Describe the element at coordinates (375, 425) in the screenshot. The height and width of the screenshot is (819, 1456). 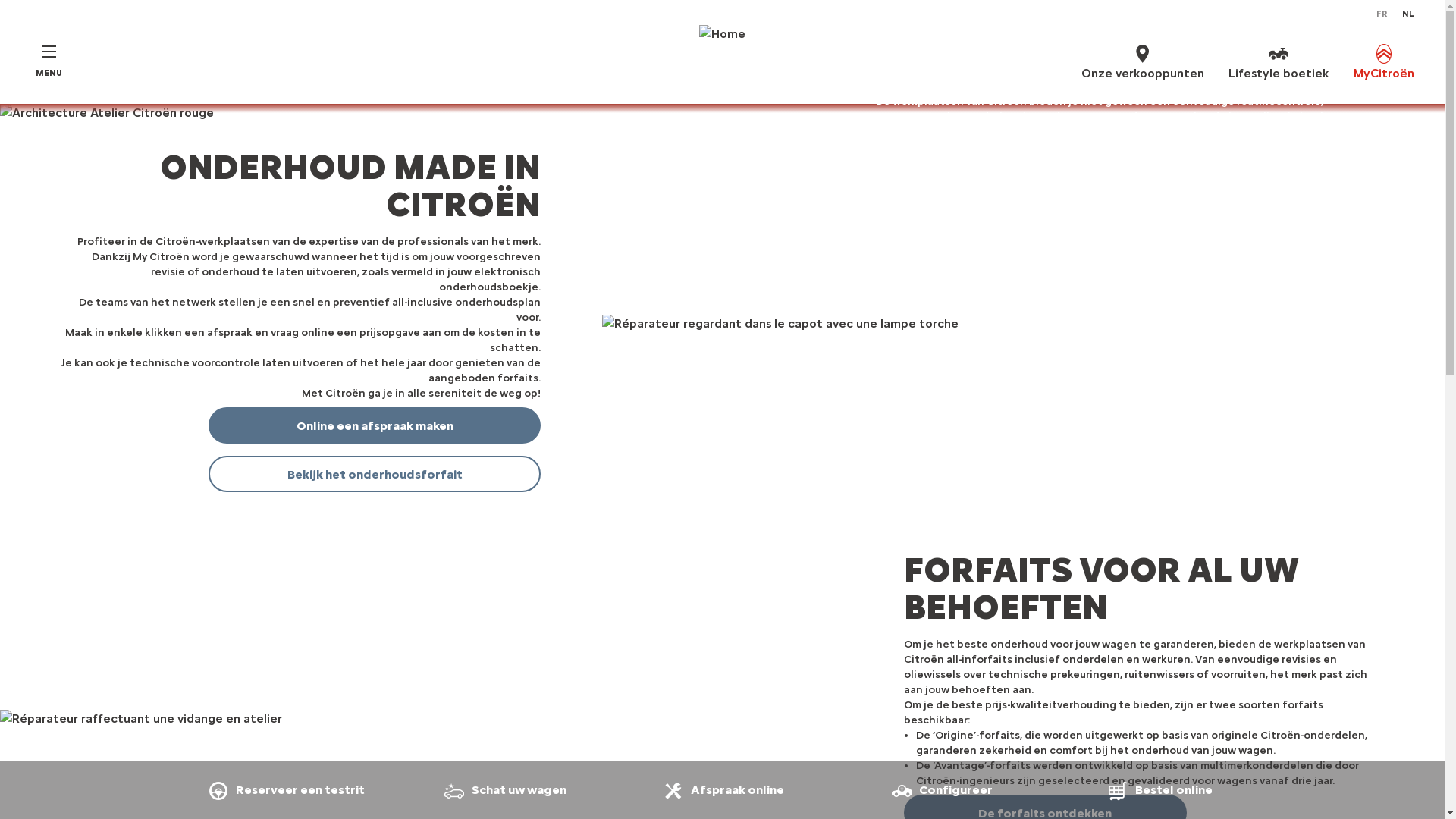
I see `'Online een afspraak maken'` at that location.